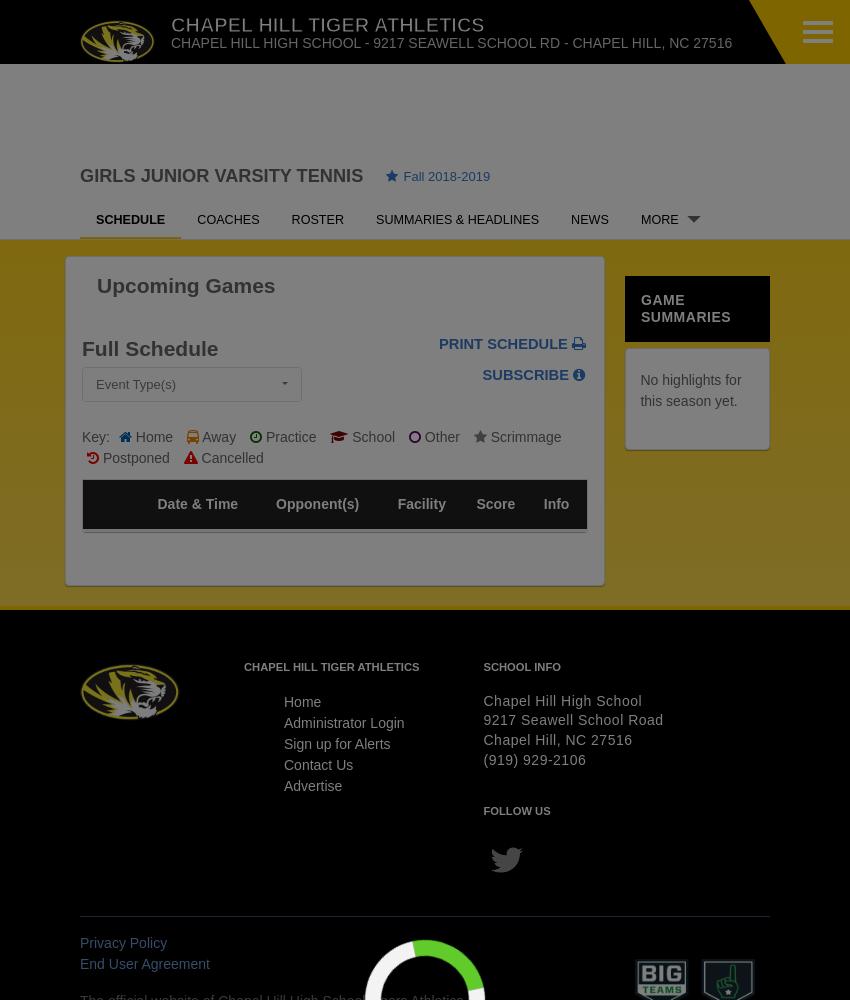 The height and width of the screenshot is (1000, 850). What do you see at coordinates (689, 389) in the screenshot?
I see `'No highlights for this season yet.'` at bounding box center [689, 389].